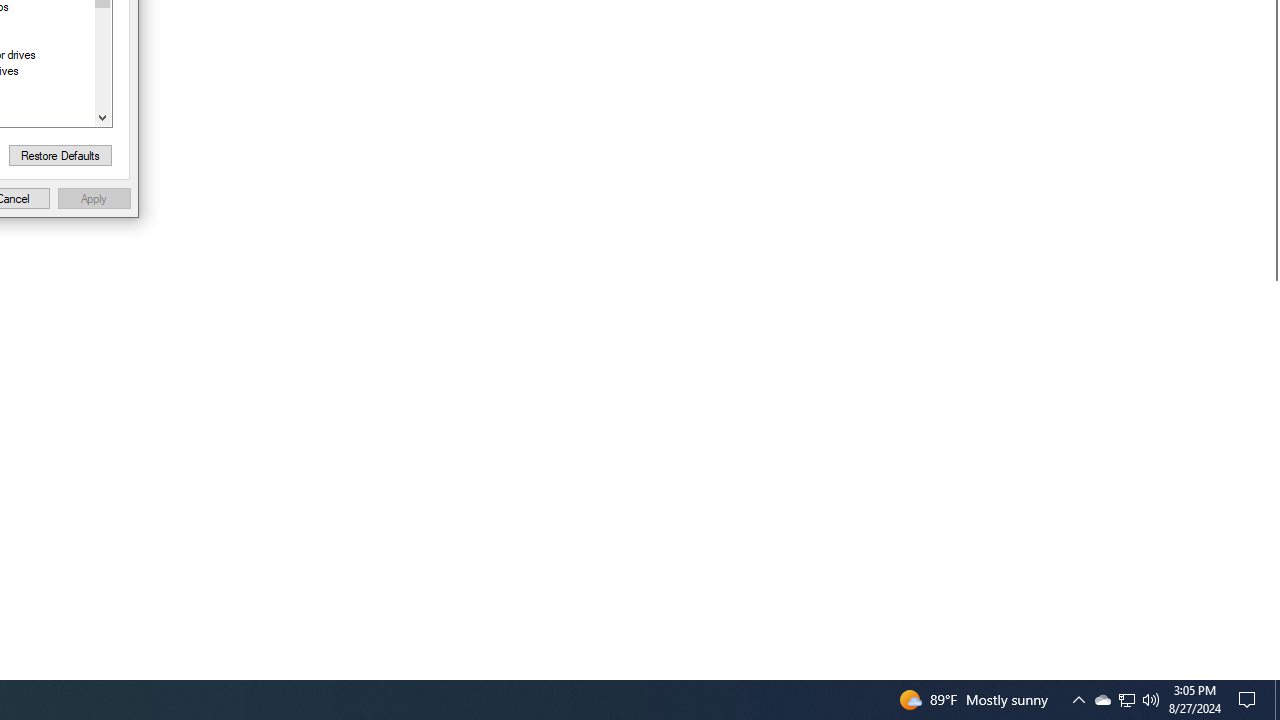  I want to click on 'Line down', so click(101, 117).